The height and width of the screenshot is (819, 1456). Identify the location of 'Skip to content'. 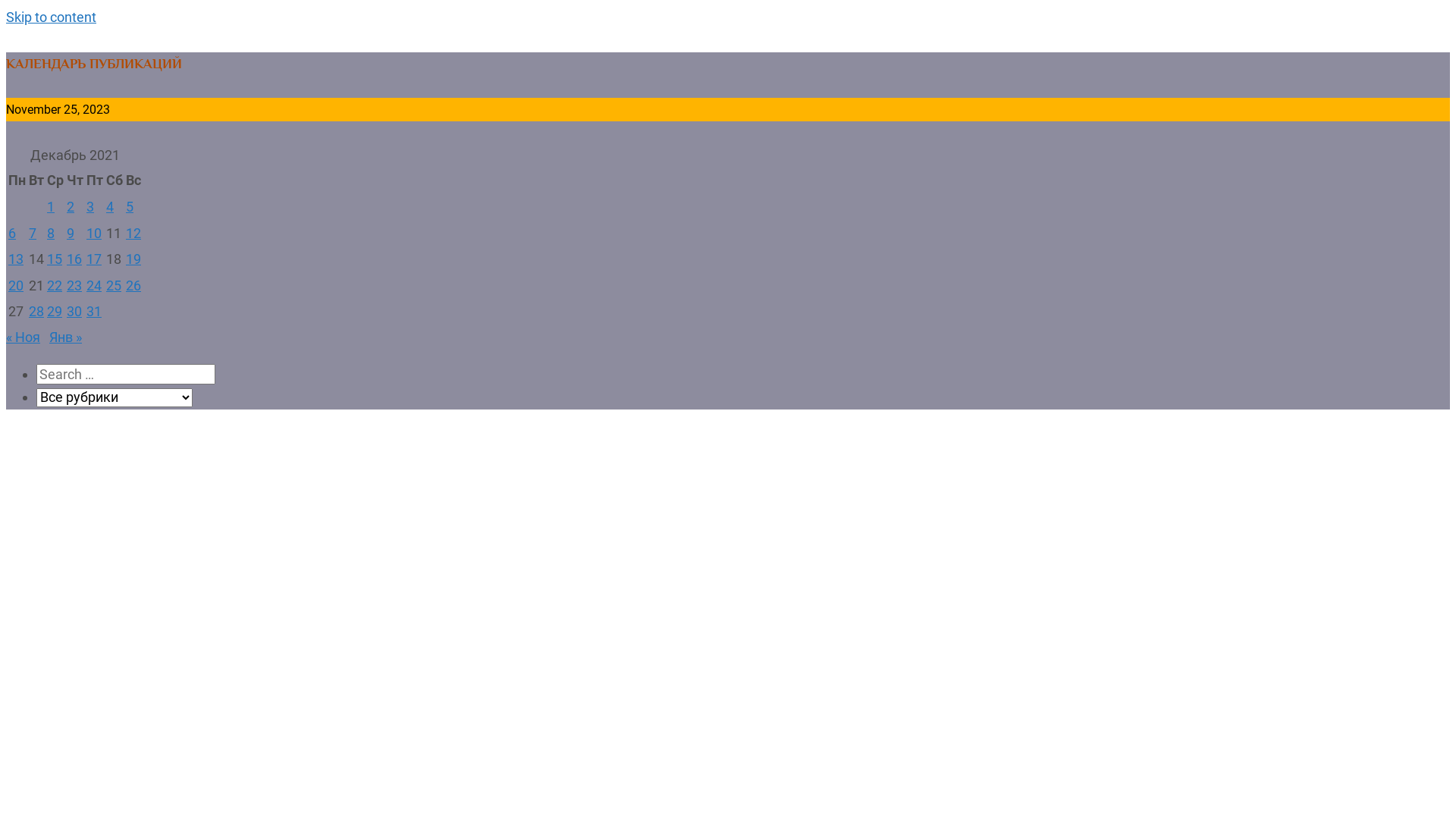
(51, 17).